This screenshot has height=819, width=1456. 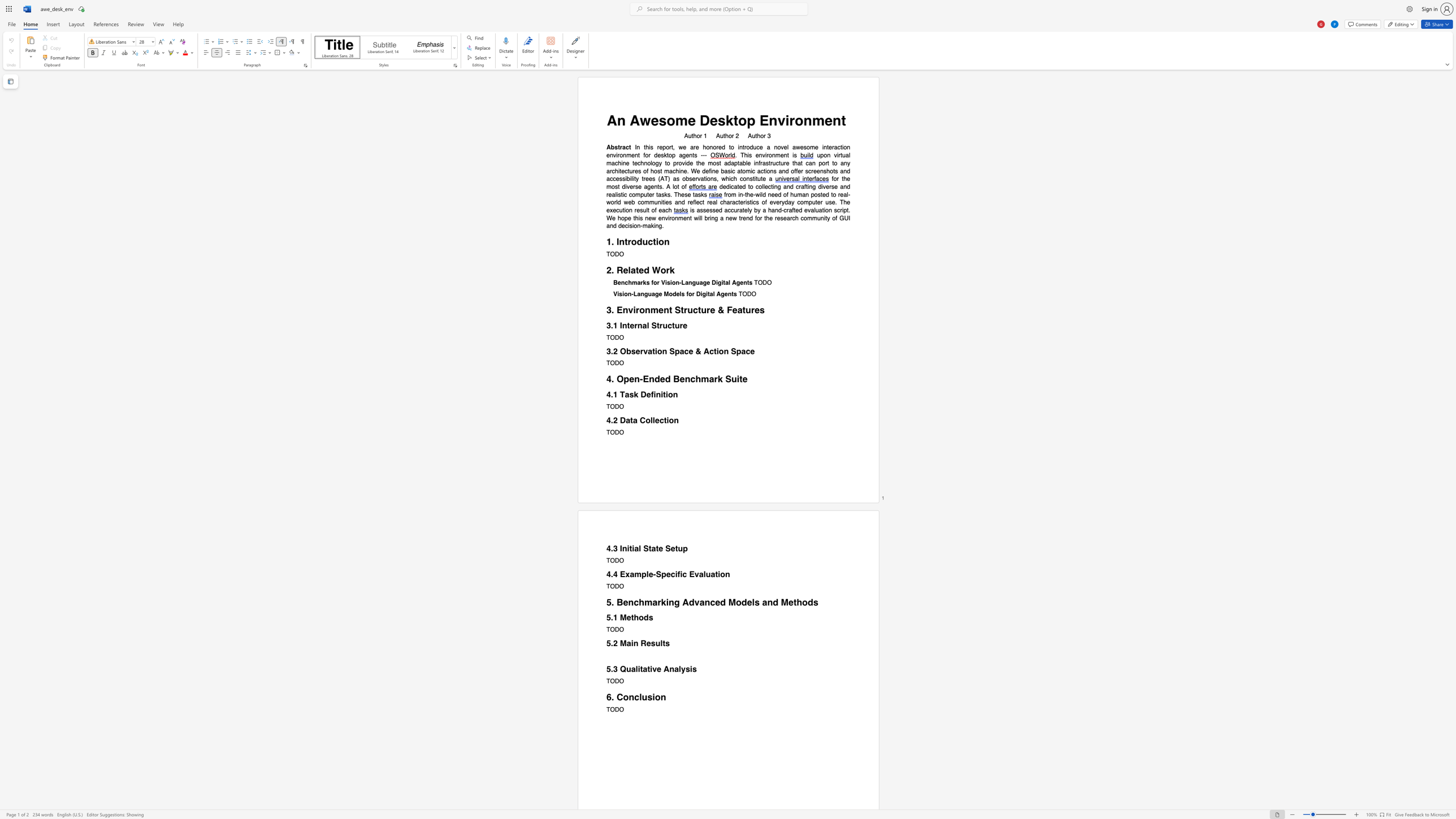 What do you see at coordinates (679, 379) in the screenshot?
I see `the subset text "enchmark S" within the text "4. Open-Ended Benchmark Suite"` at bounding box center [679, 379].